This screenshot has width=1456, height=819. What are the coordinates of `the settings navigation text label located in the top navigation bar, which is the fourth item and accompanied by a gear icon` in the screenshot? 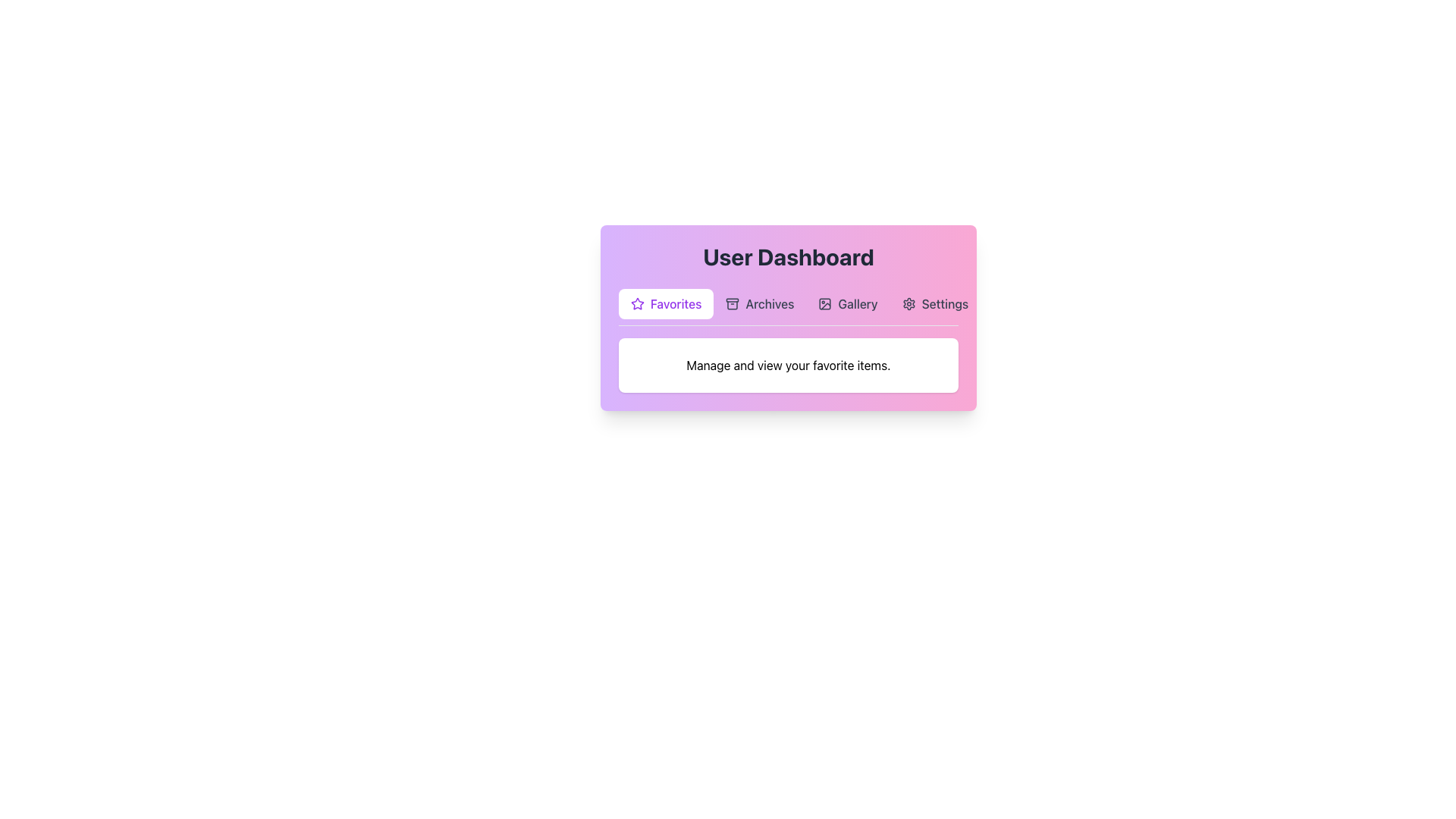 It's located at (944, 304).